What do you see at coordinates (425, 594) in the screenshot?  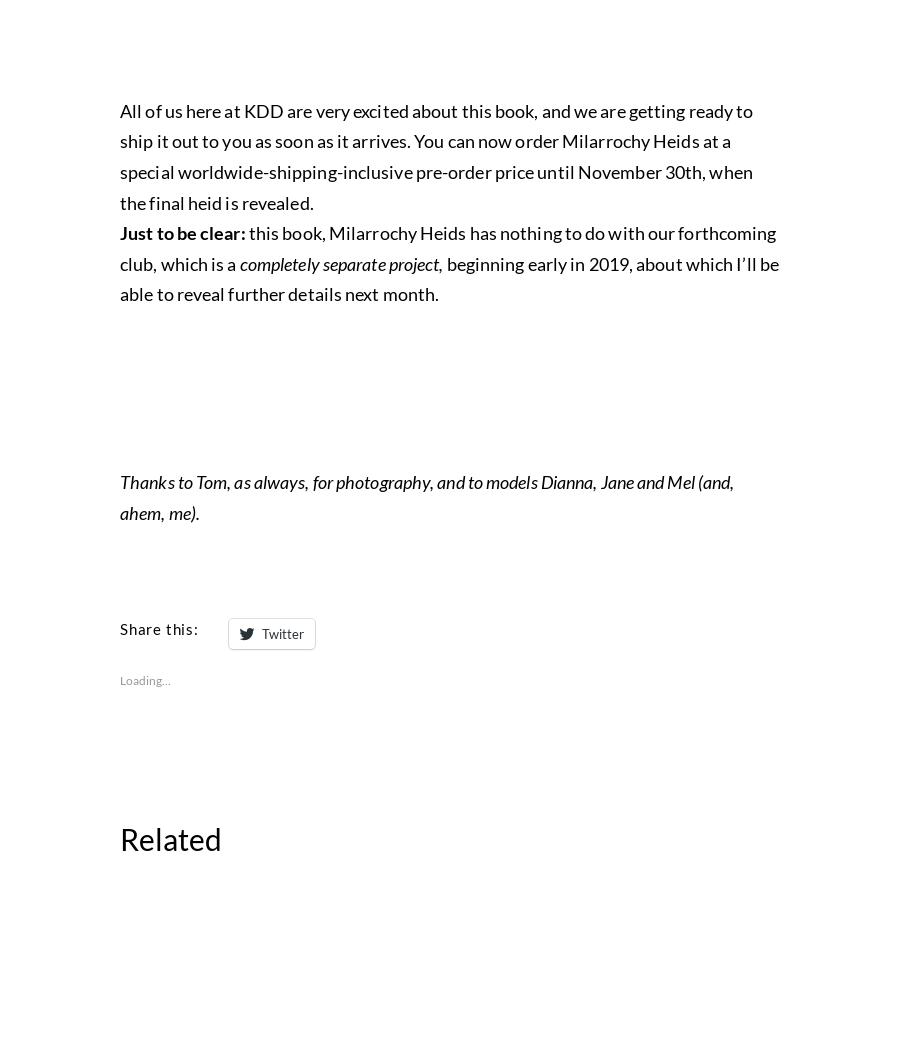 I see `'a special worldwide-shipping-inclusive pre-order price'` at bounding box center [425, 594].